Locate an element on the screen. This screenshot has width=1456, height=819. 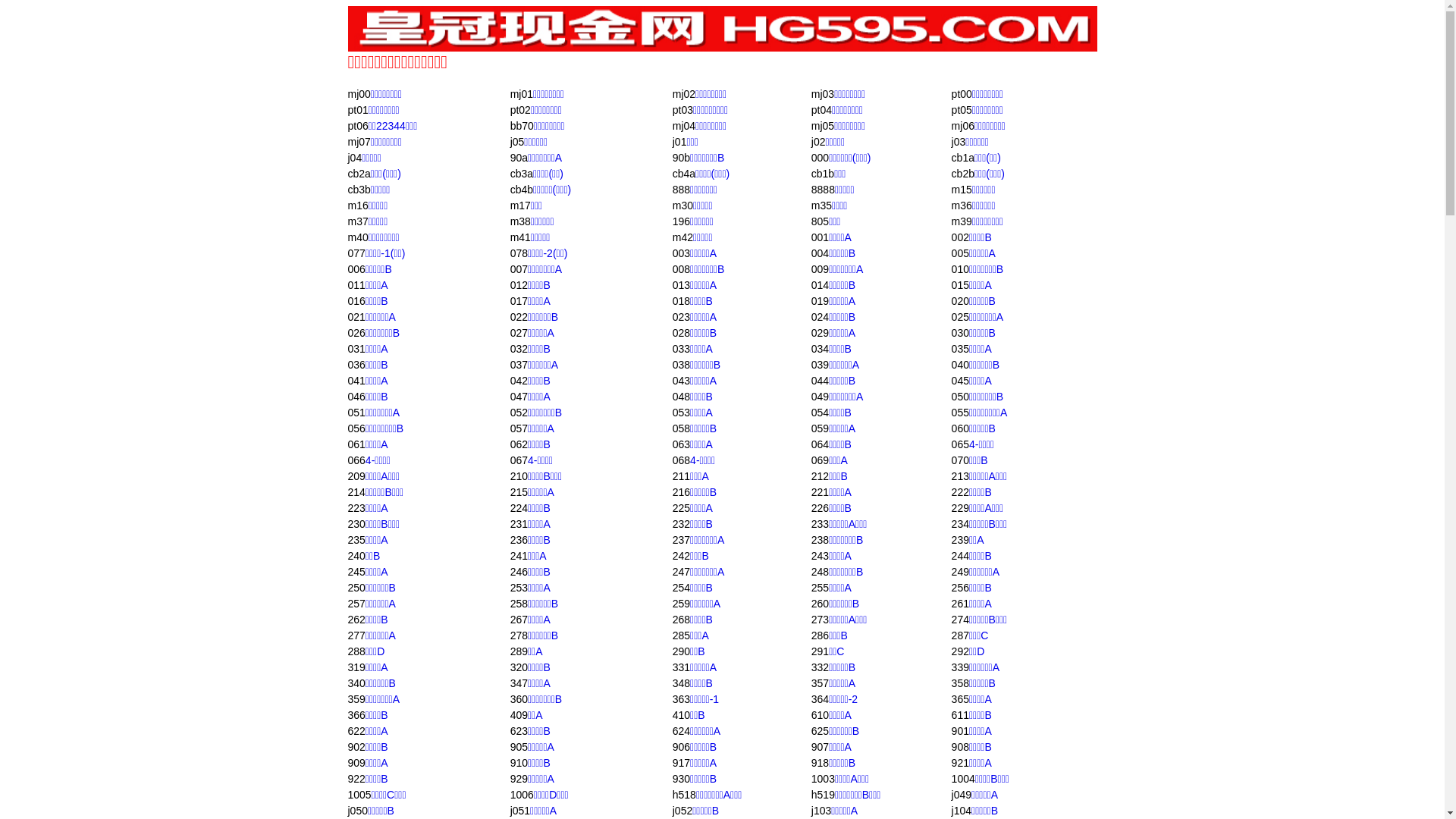
'002' is located at coordinates (959, 237).